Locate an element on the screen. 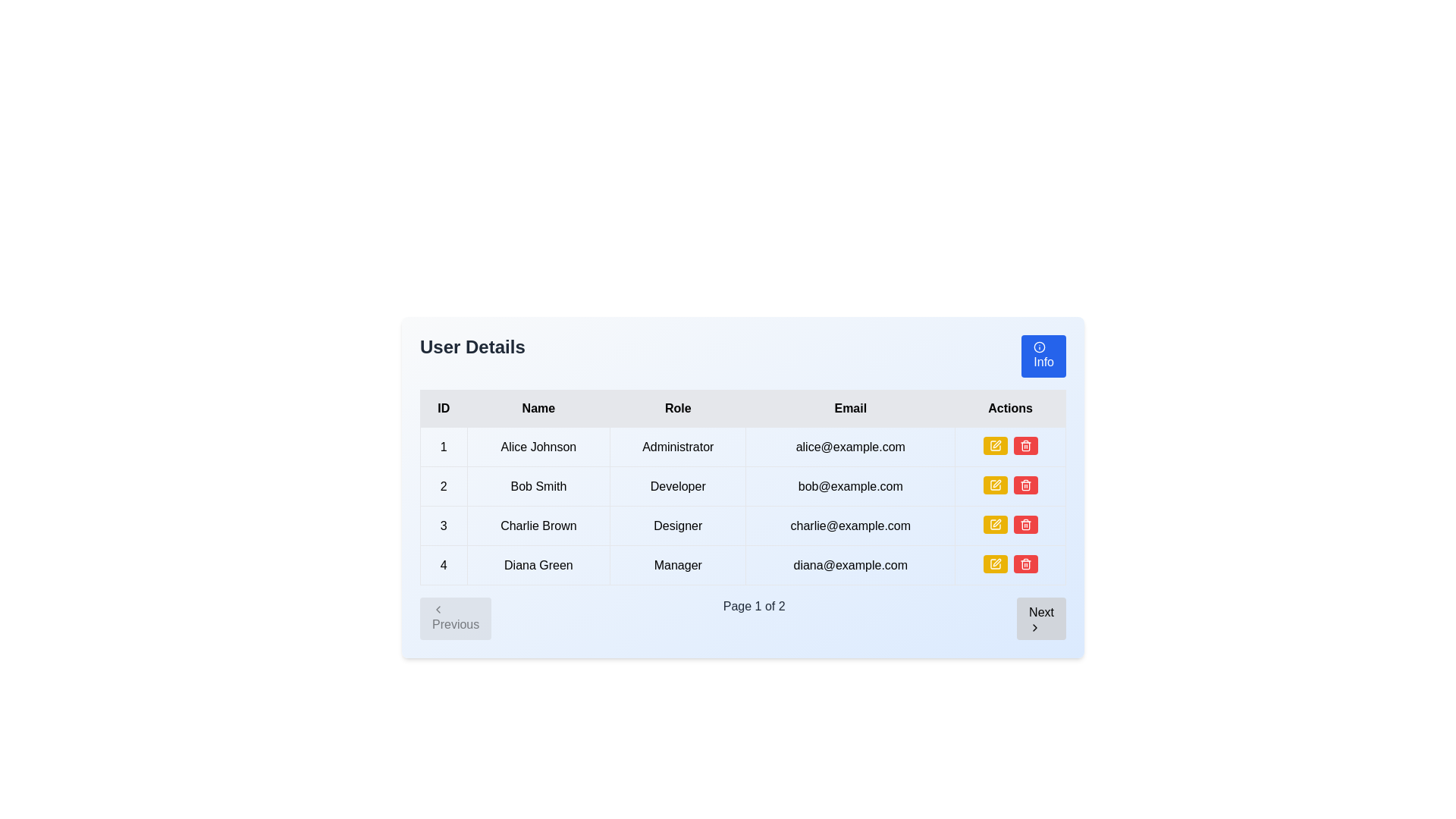 The width and height of the screenshot is (1456, 819). the 'Next' button that features a right-pointing chevron icon and is styled with a light gray background, using keyboard navigation is located at coordinates (1040, 619).